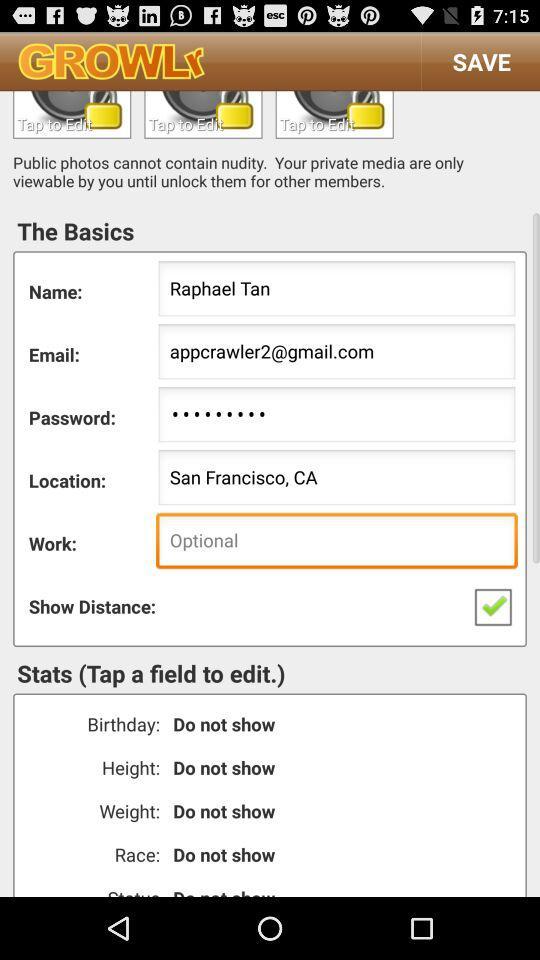 Image resolution: width=540 pixels, height=960 pixels. What do you see at coordinates (336, 543) in the screenshot?
I see `text to profile workplace` at bounding box center [336, 543].